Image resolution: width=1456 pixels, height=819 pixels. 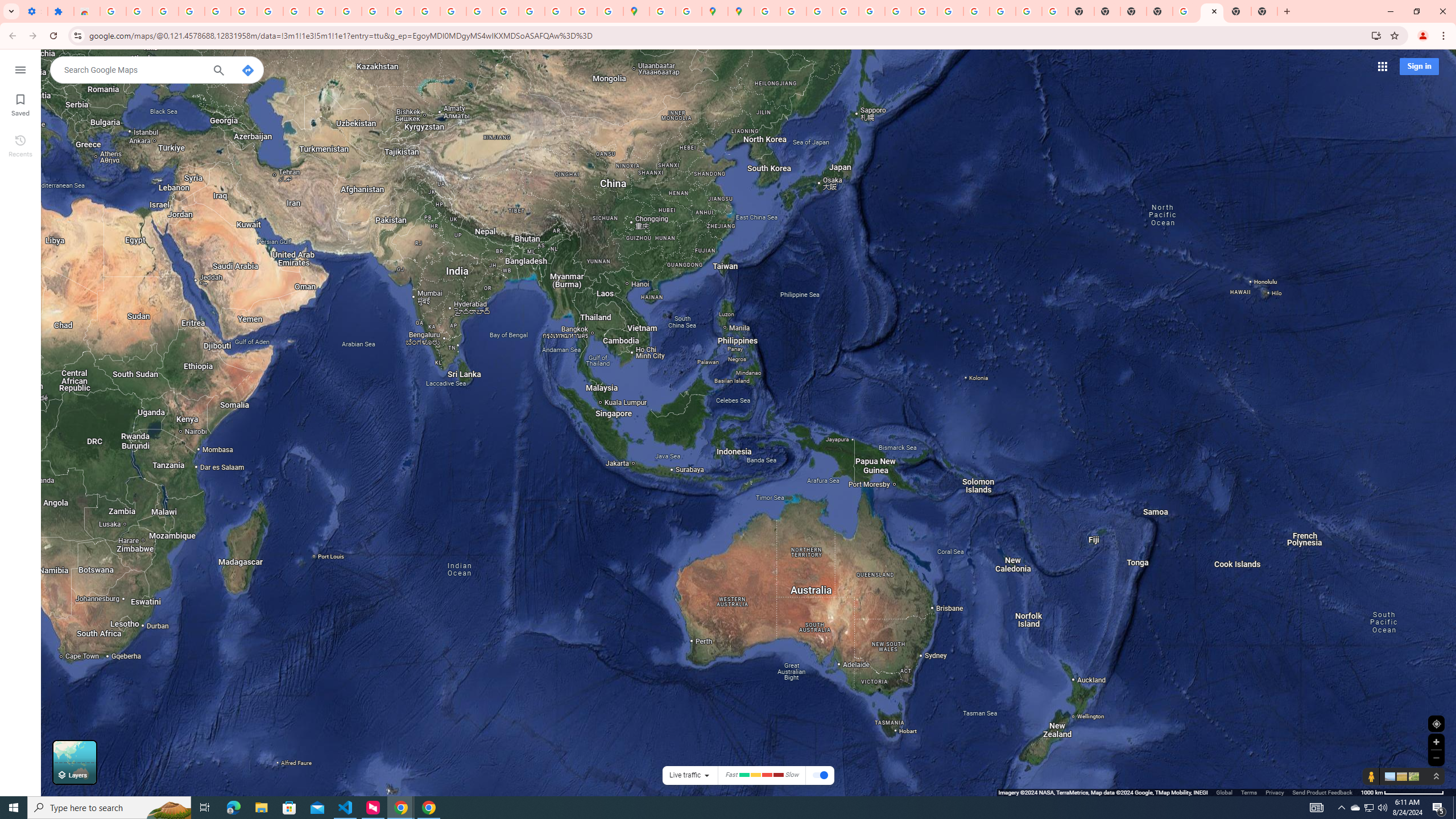 What do you see at coordinates (19, 68) in the screenshot?
I see `'Menu'` at bounding box center [19, 68].